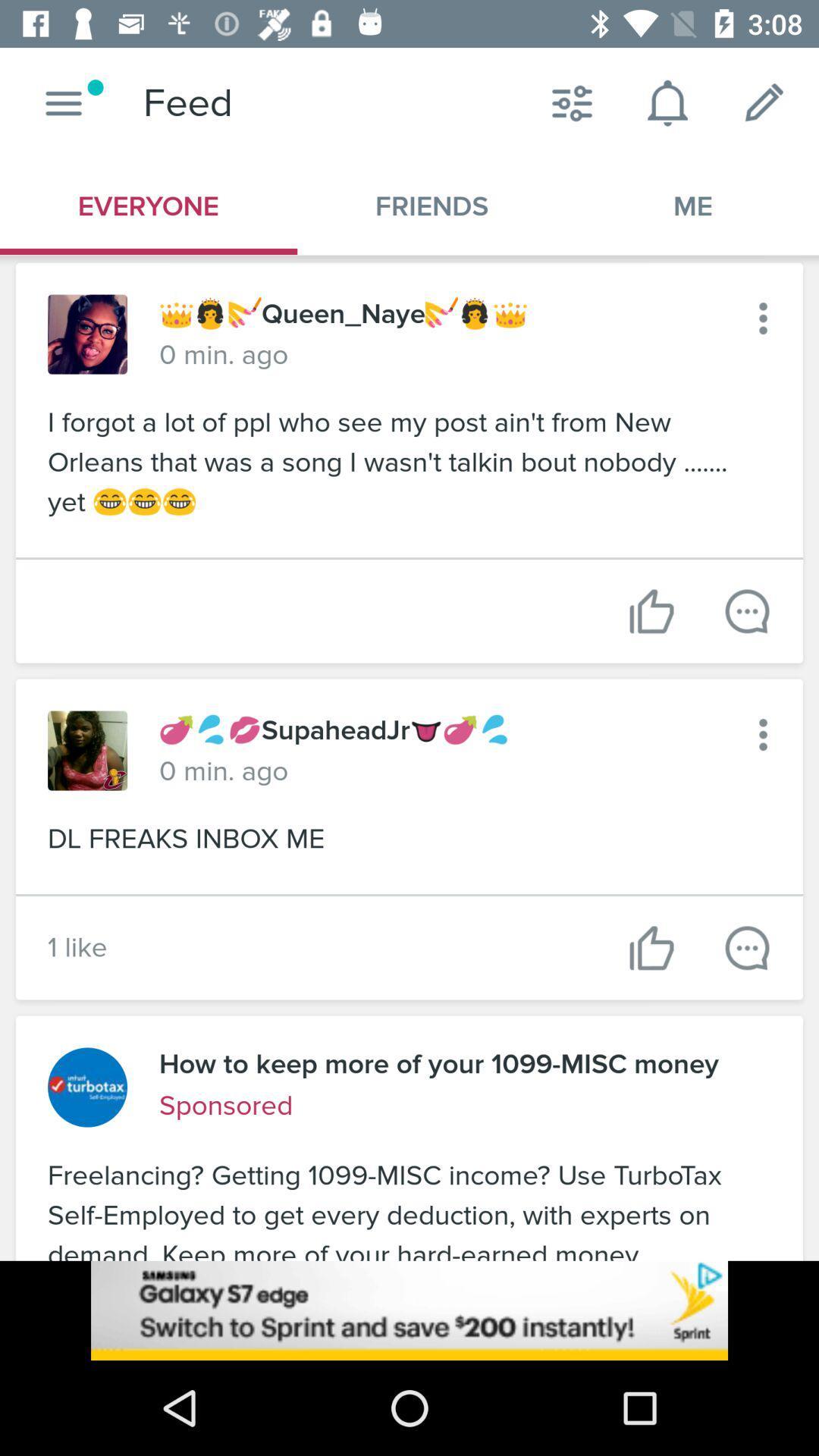 The image size is (819, 1456). Describe the element at coordinates (746, 611) in the screenshot. I see `share comments` at that location.